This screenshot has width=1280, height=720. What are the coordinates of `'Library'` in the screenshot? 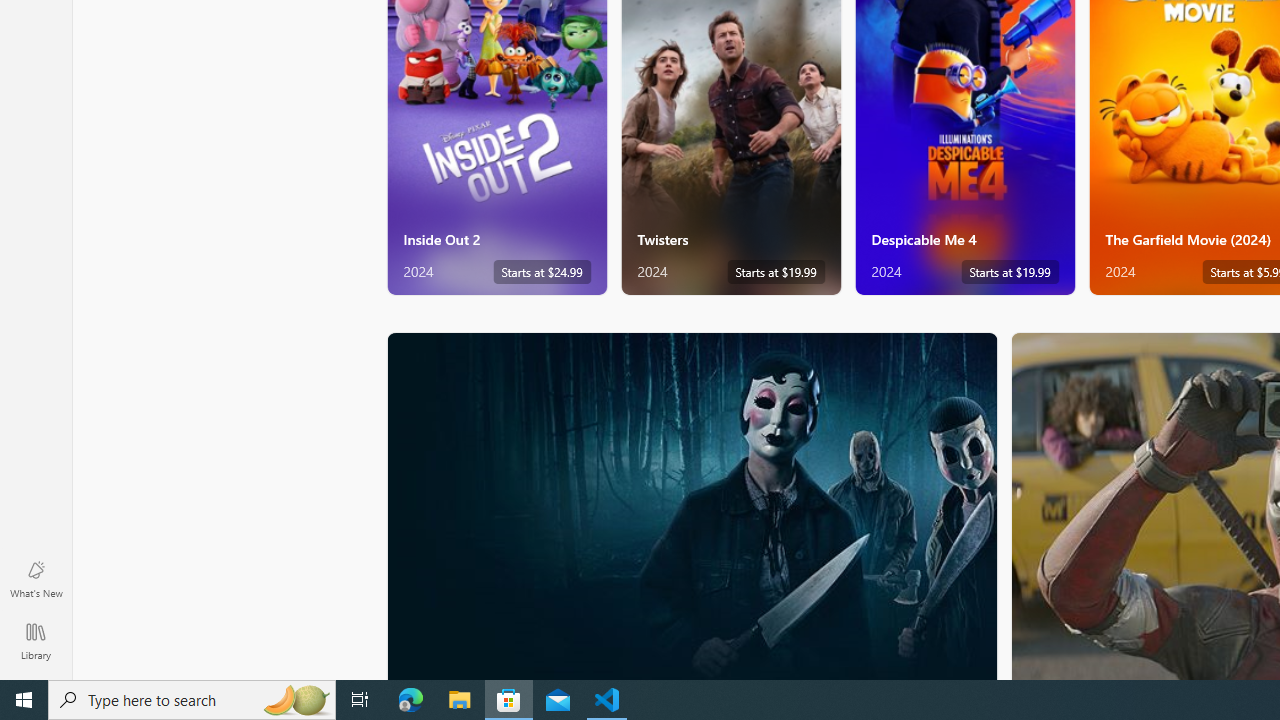 It's located at (35, 640).